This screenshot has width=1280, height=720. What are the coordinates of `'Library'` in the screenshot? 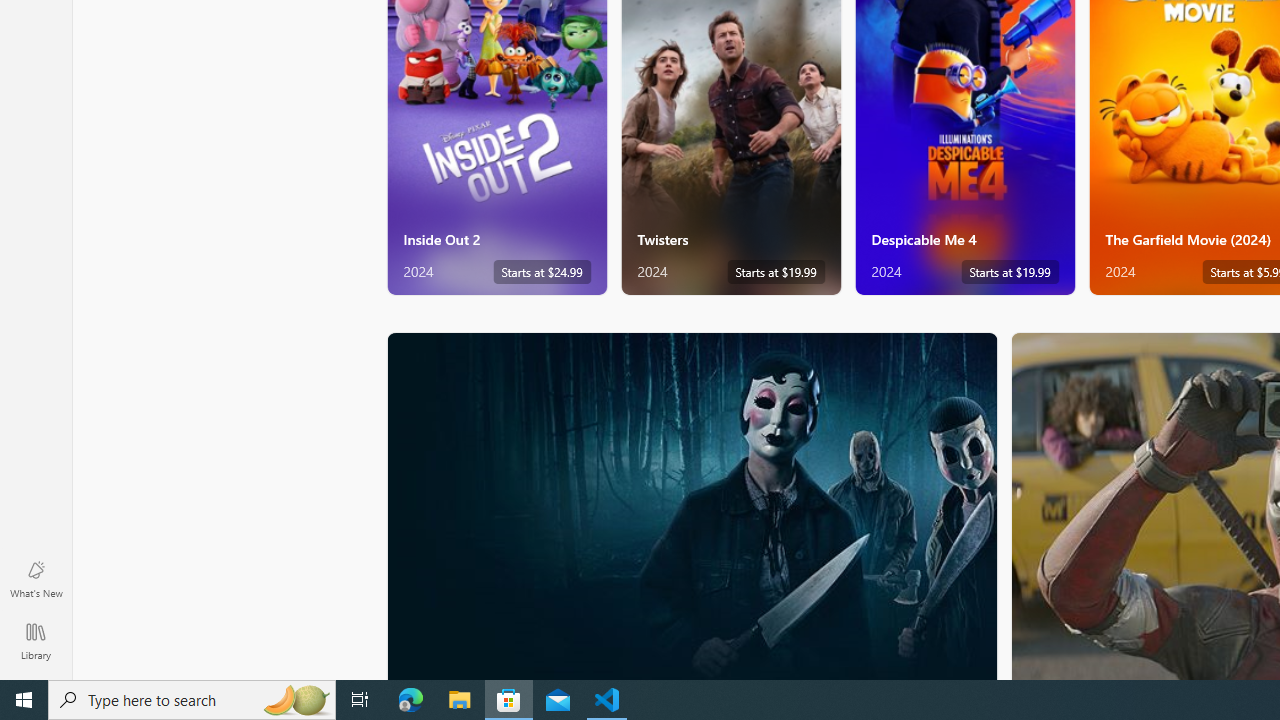 It's located at (35, 640).